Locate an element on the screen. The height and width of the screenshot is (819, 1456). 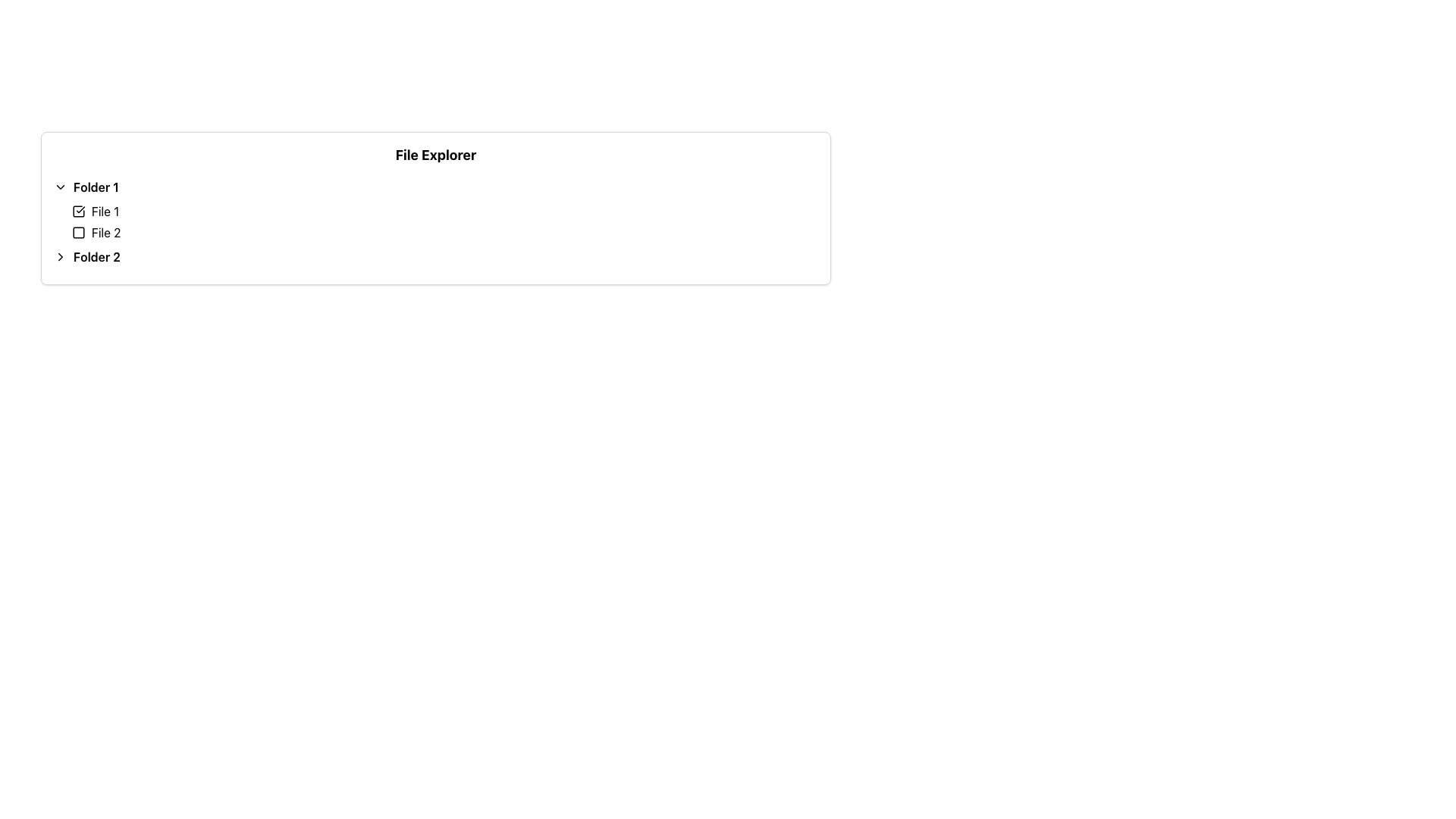
the Checkbox icon is located at coordinates (78, 233).